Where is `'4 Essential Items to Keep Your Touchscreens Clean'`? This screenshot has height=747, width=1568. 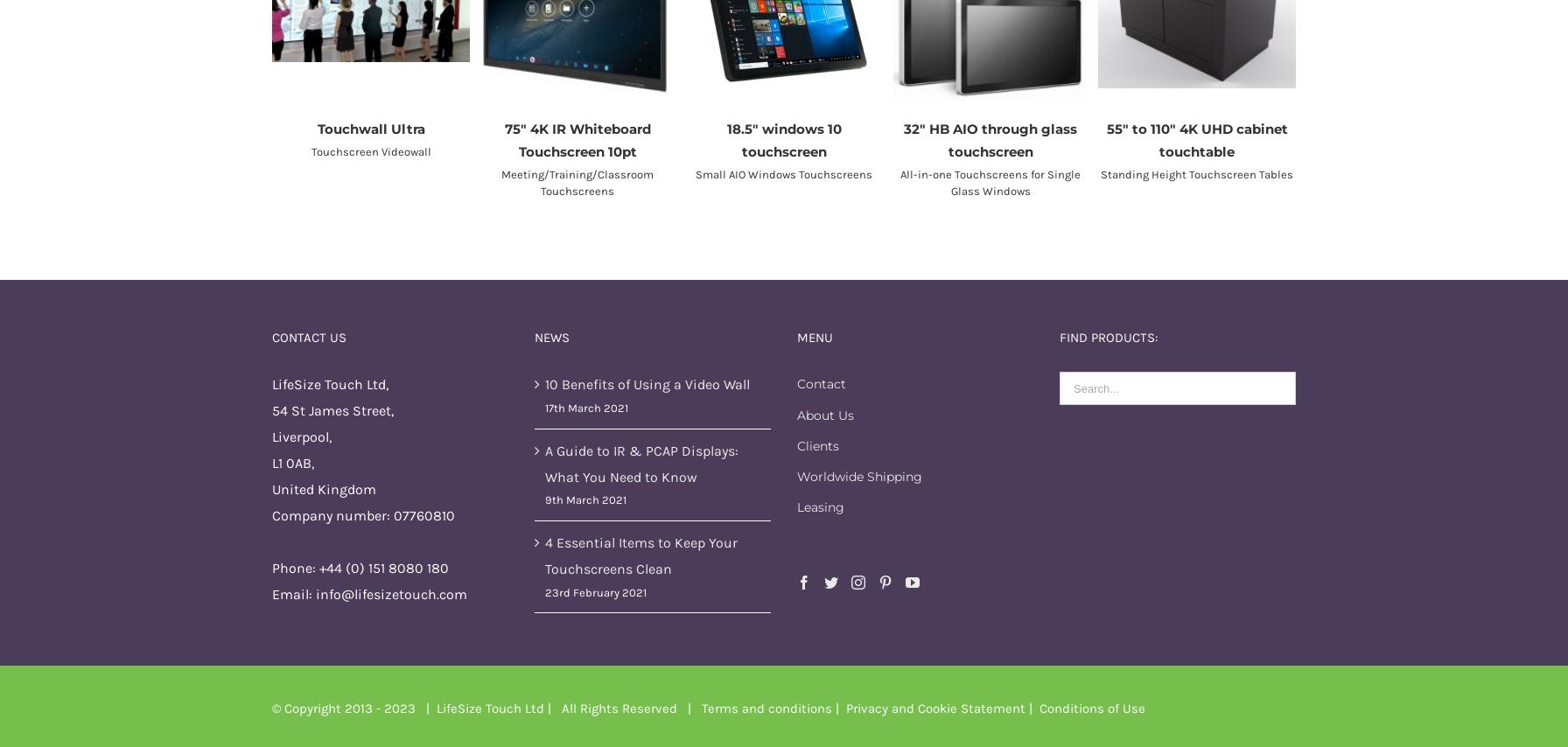
'4 Essential Items to Keep Your Touchscreens Clean' is located at coordinates (640, 554).